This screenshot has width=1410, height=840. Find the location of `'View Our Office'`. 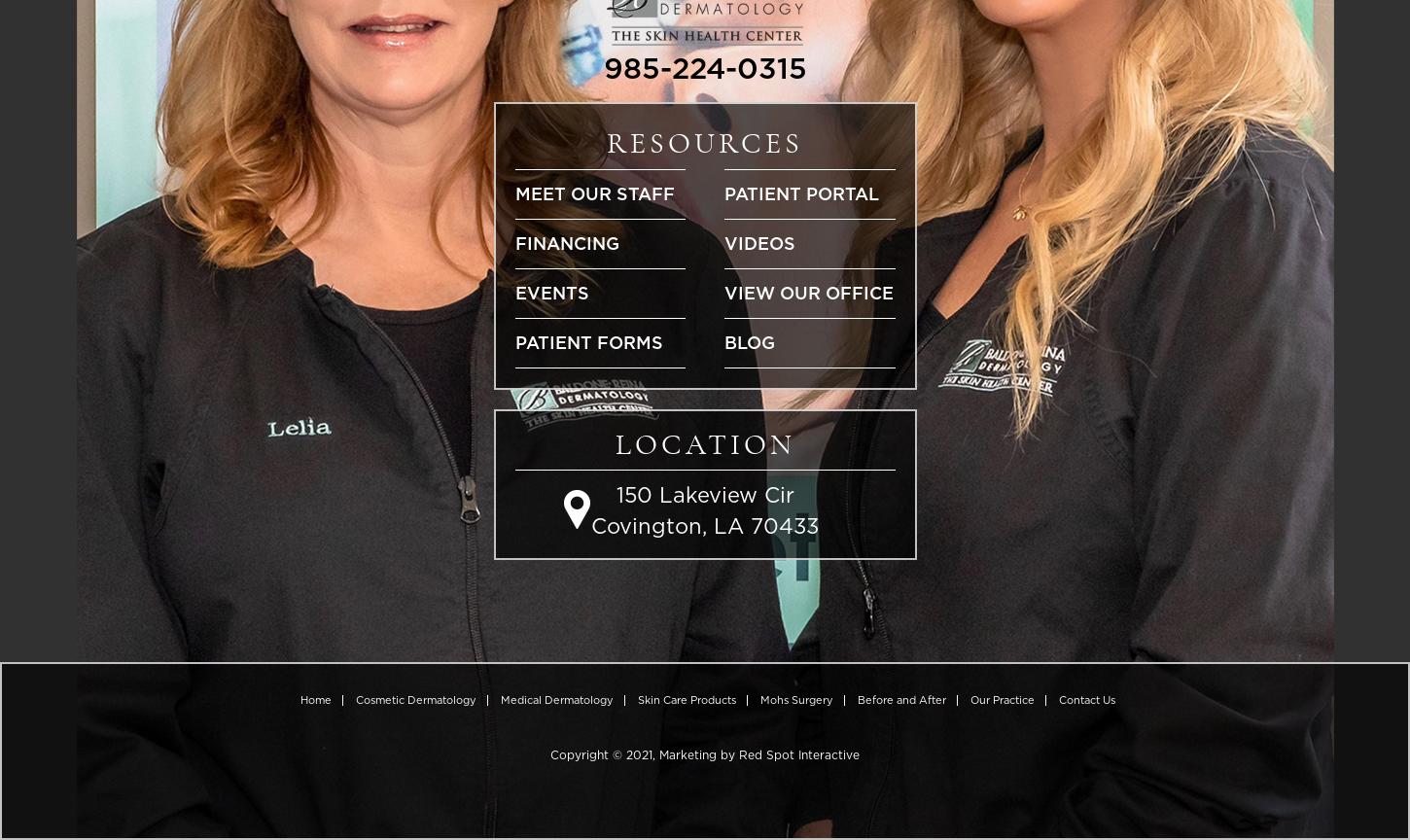

'View Our Office' is located at coordinates (809, 292).